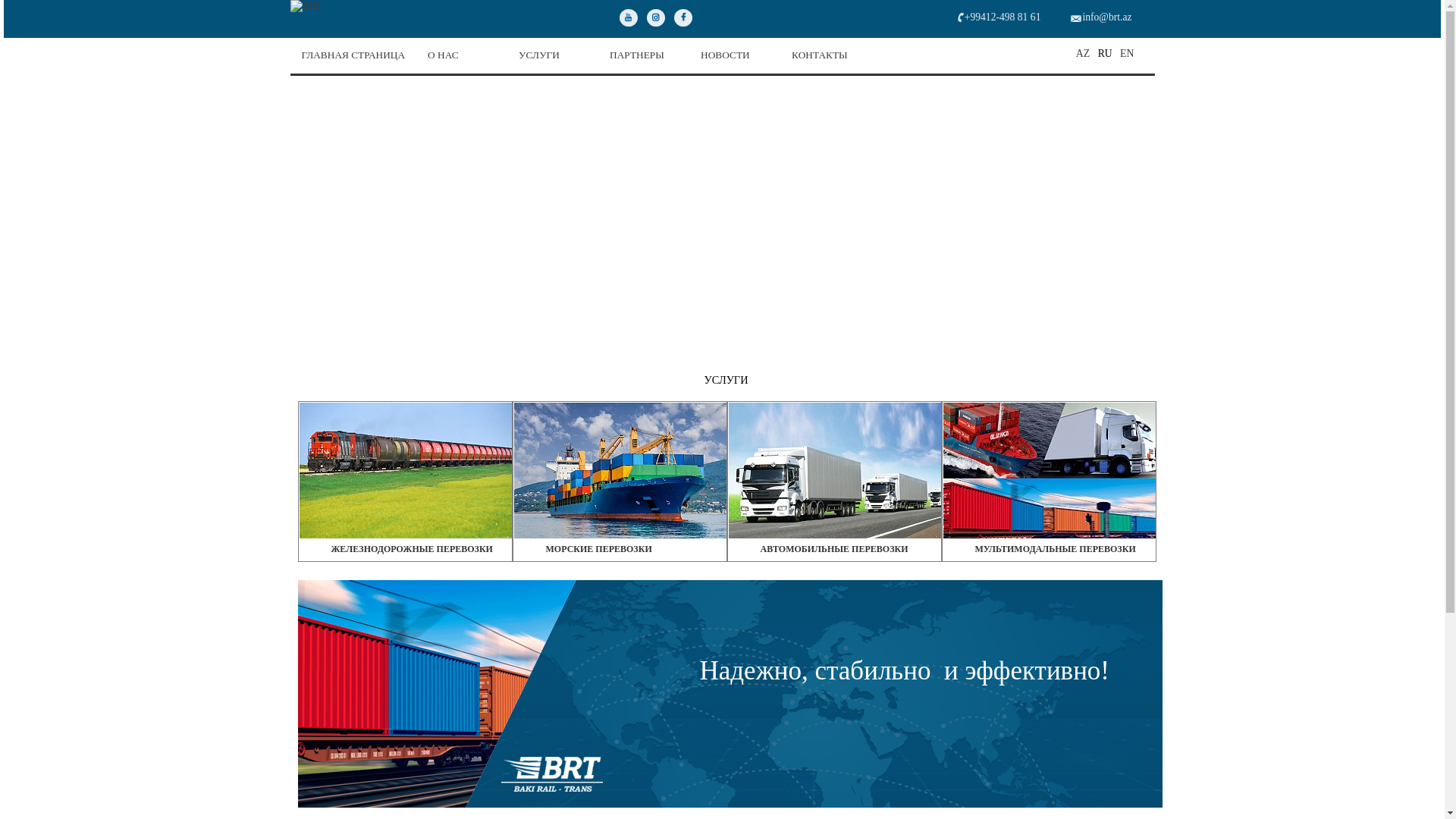 The image size is (1456, 819). Describe the element at coordinates (1082, 52) in the screenshot. I see `'AZ'` at that location.